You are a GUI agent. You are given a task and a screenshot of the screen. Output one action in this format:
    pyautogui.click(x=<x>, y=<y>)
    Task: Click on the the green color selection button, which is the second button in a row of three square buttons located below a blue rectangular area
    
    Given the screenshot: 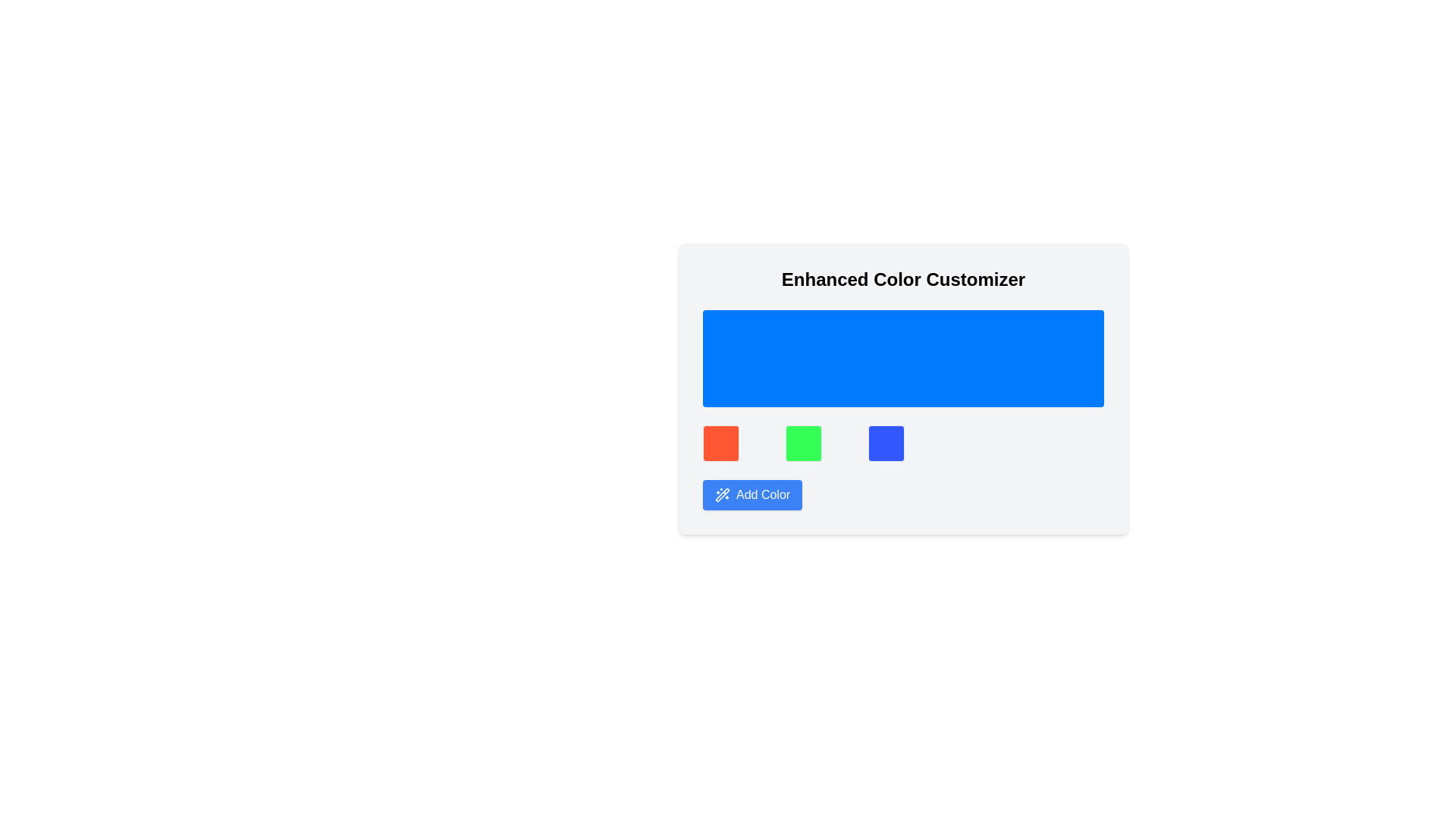 What is the action you would take?
    pyautogui.click(x=803, y=444)
    